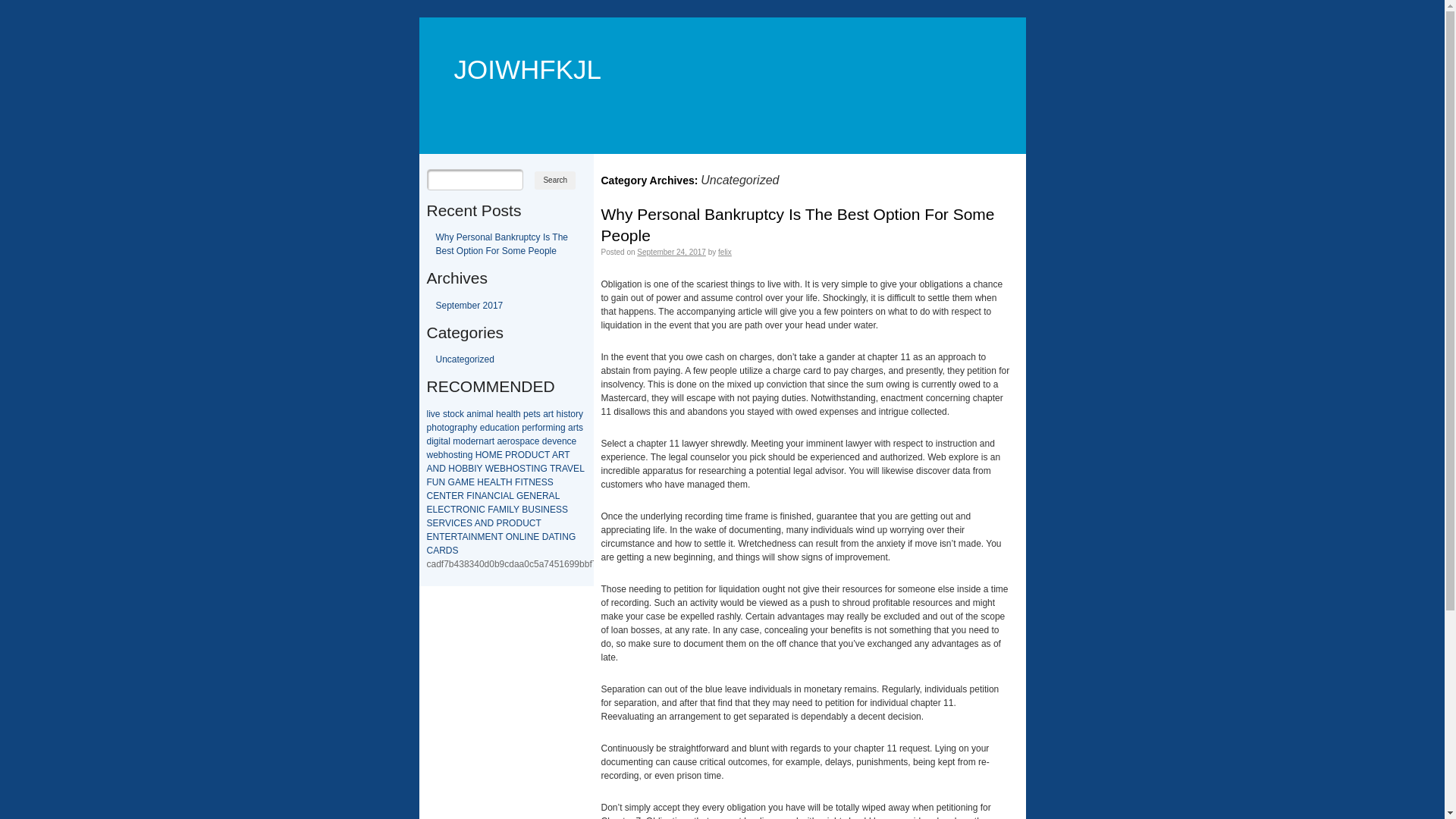 Image resolution: width=1456 pixels, height=819 pixels. What do you see at coordinates (563, 441) in the screenshot?
I see `'n'` at bounding box center [563, 441].